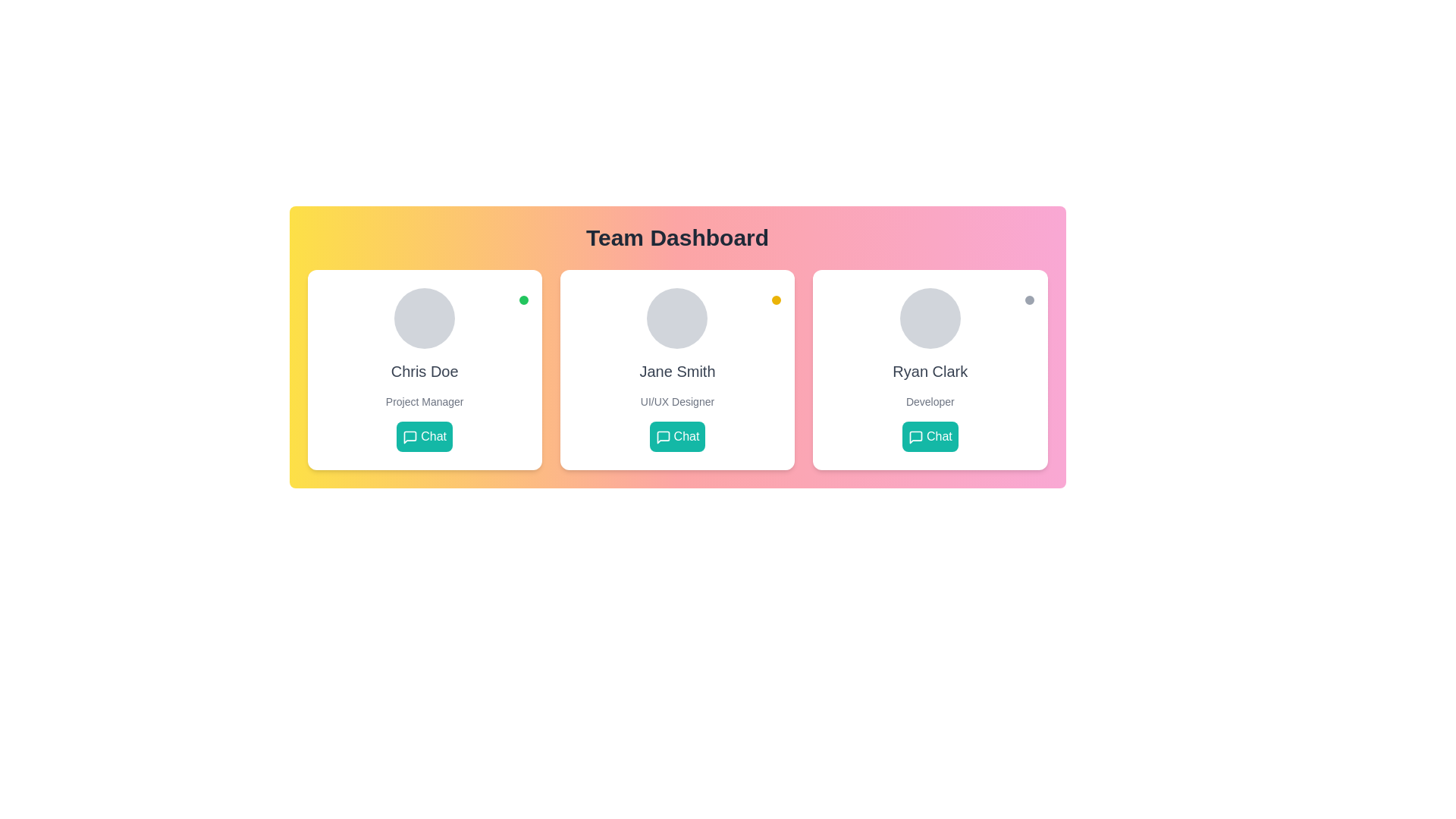 The width and height of the screenshot is (1456, 819). What do you see at coordinates (425, 318) in the screenshot?
I see `the circular Profile Photo Placeholder, which is located at the top center of the white card above the text 'Chris Doe'` at bounding box center [425, 318].